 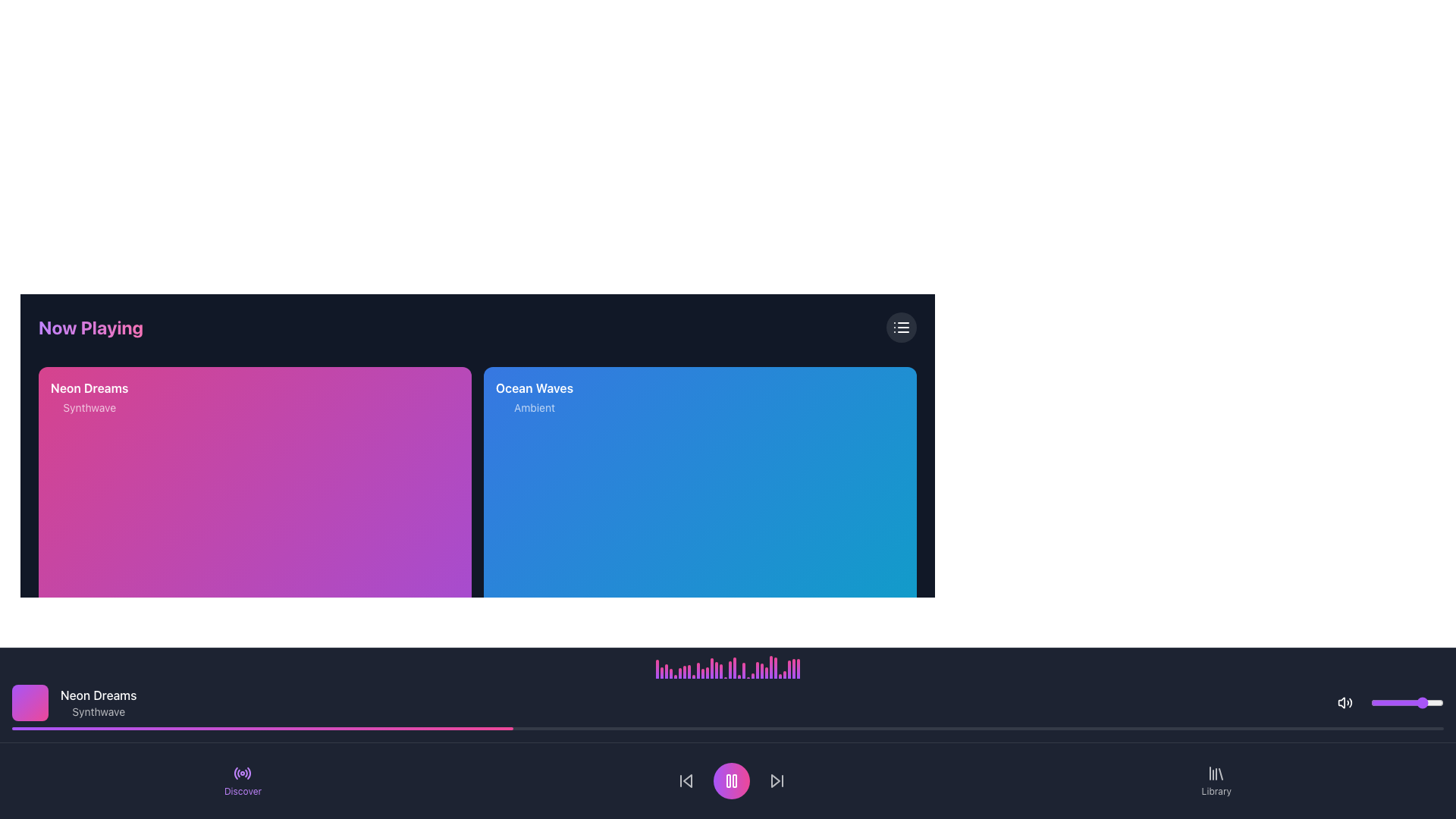 I want to click on the heart-shaped vector graphic representing the 'like' functionality located in the top-right corner of the blue card labeled 'Ocean Waves', so click(x=891, y=397).